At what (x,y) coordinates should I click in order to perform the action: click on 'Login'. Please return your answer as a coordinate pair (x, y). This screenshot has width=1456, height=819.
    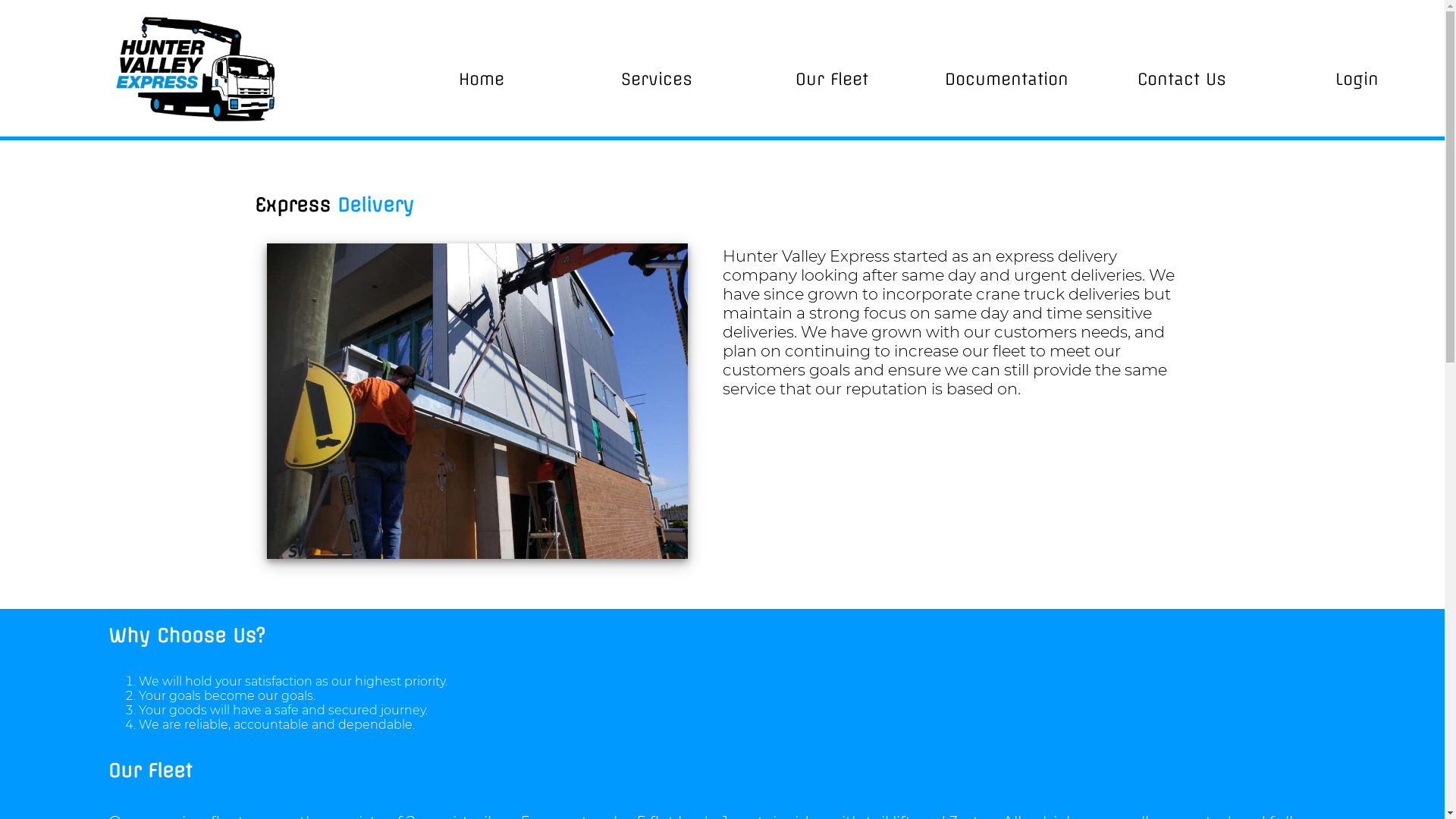
    Looking at the image, I should click on (1357, 79).